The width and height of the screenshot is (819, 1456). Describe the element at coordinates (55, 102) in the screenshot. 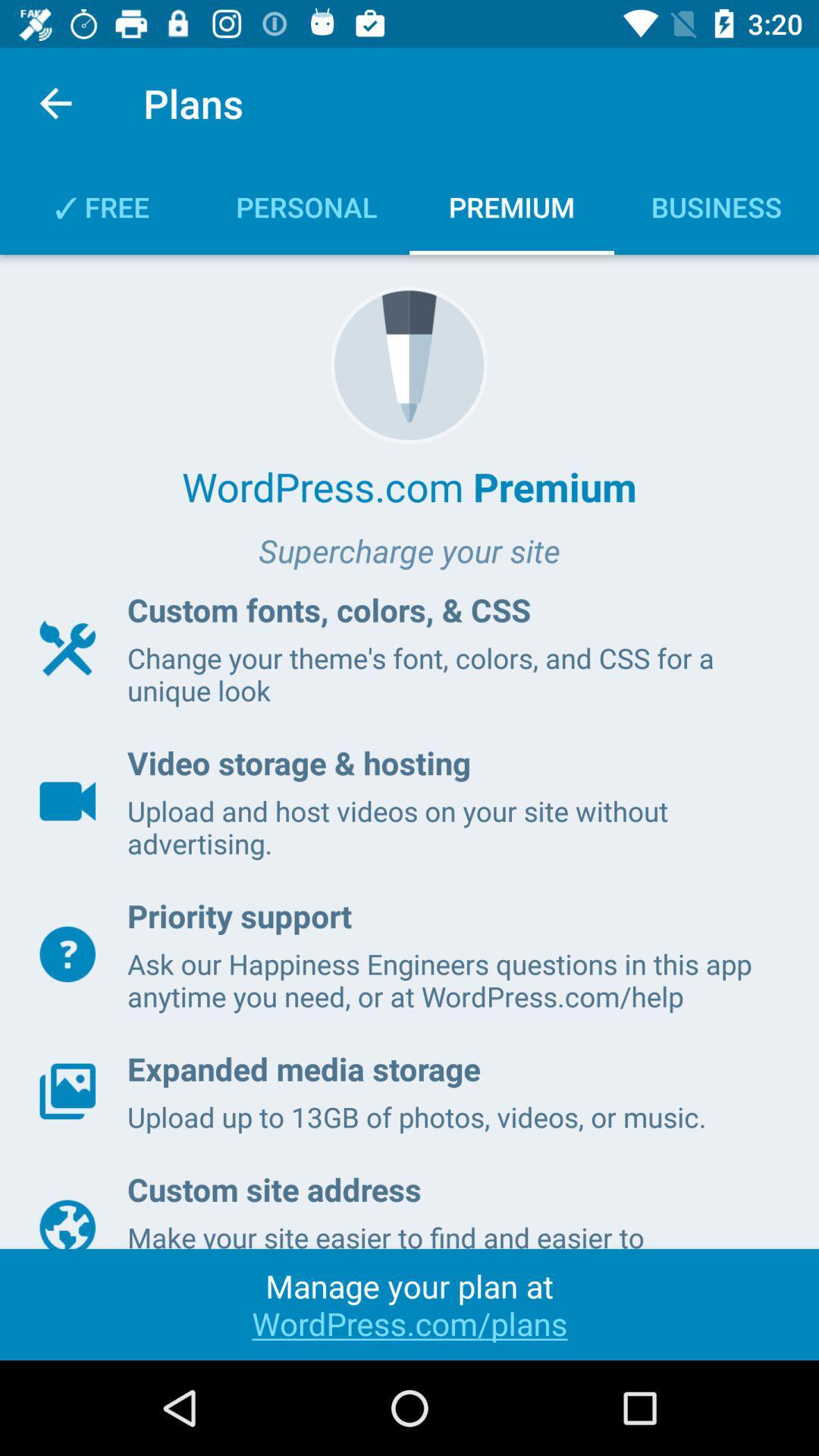

I see `the icon next to plans item` at that location.